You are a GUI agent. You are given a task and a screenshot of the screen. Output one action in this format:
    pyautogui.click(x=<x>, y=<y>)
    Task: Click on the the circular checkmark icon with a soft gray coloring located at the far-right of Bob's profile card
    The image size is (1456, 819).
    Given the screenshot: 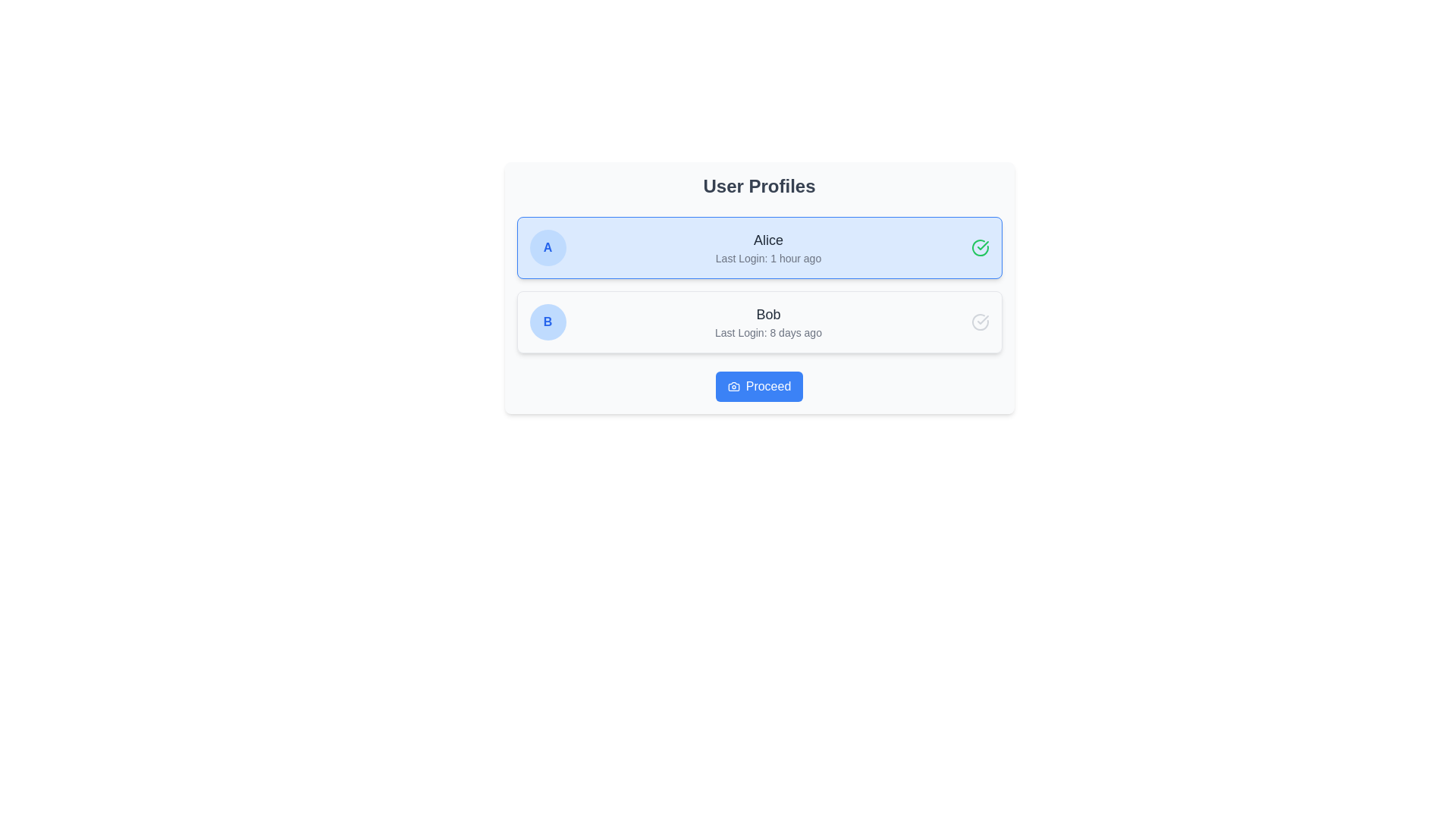 What is the action you would take?
    pyautogui.click(x=980, y=321)
    